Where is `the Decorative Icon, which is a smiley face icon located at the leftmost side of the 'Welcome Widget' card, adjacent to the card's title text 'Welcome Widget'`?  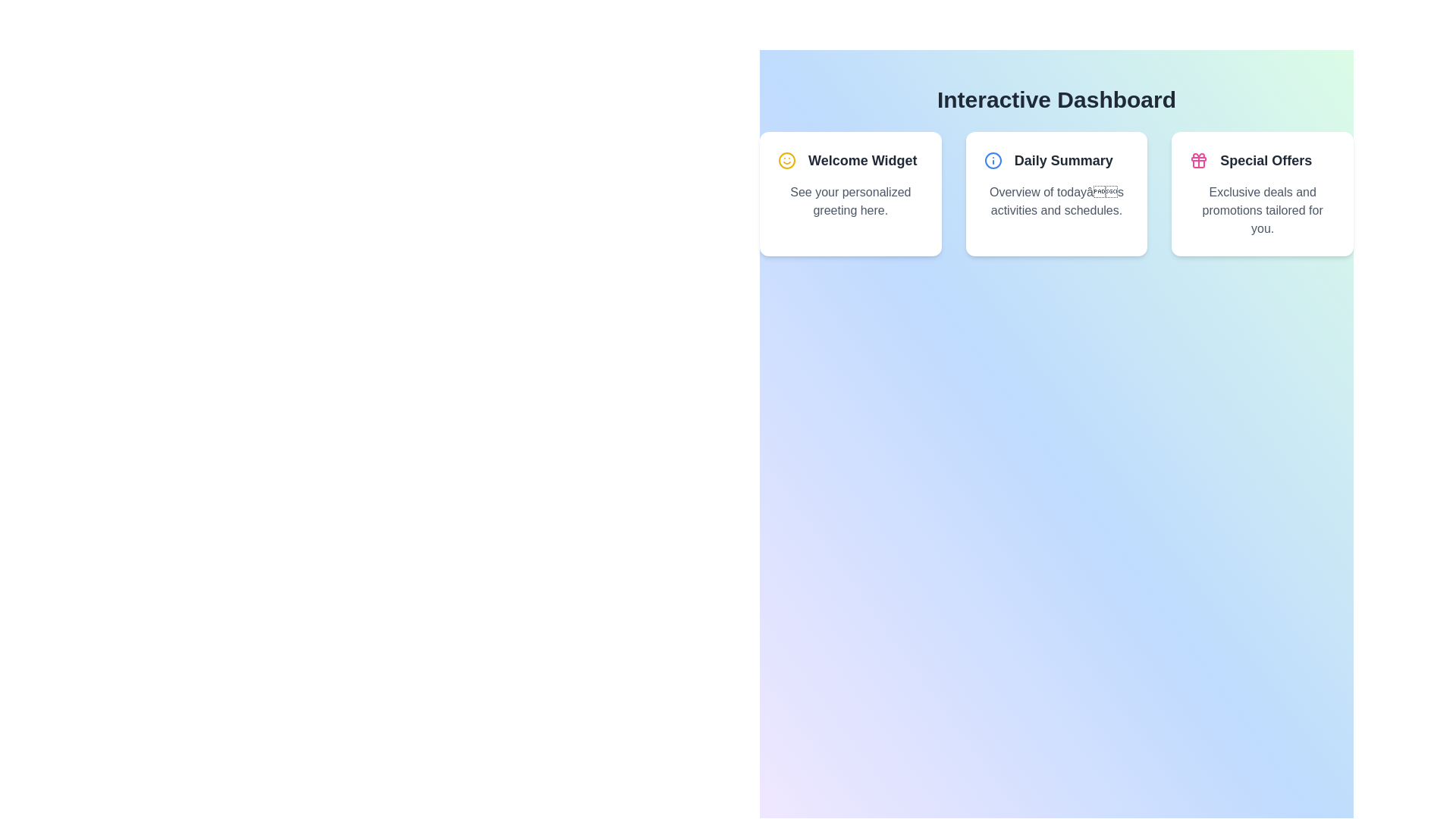 the Decorative Icon, which is a smiley face icon located at the leftmost side of the 'Welcome Widget' card, adjacent to the card's title text 'Welcome Widget' is located at coordinates (786, 161).